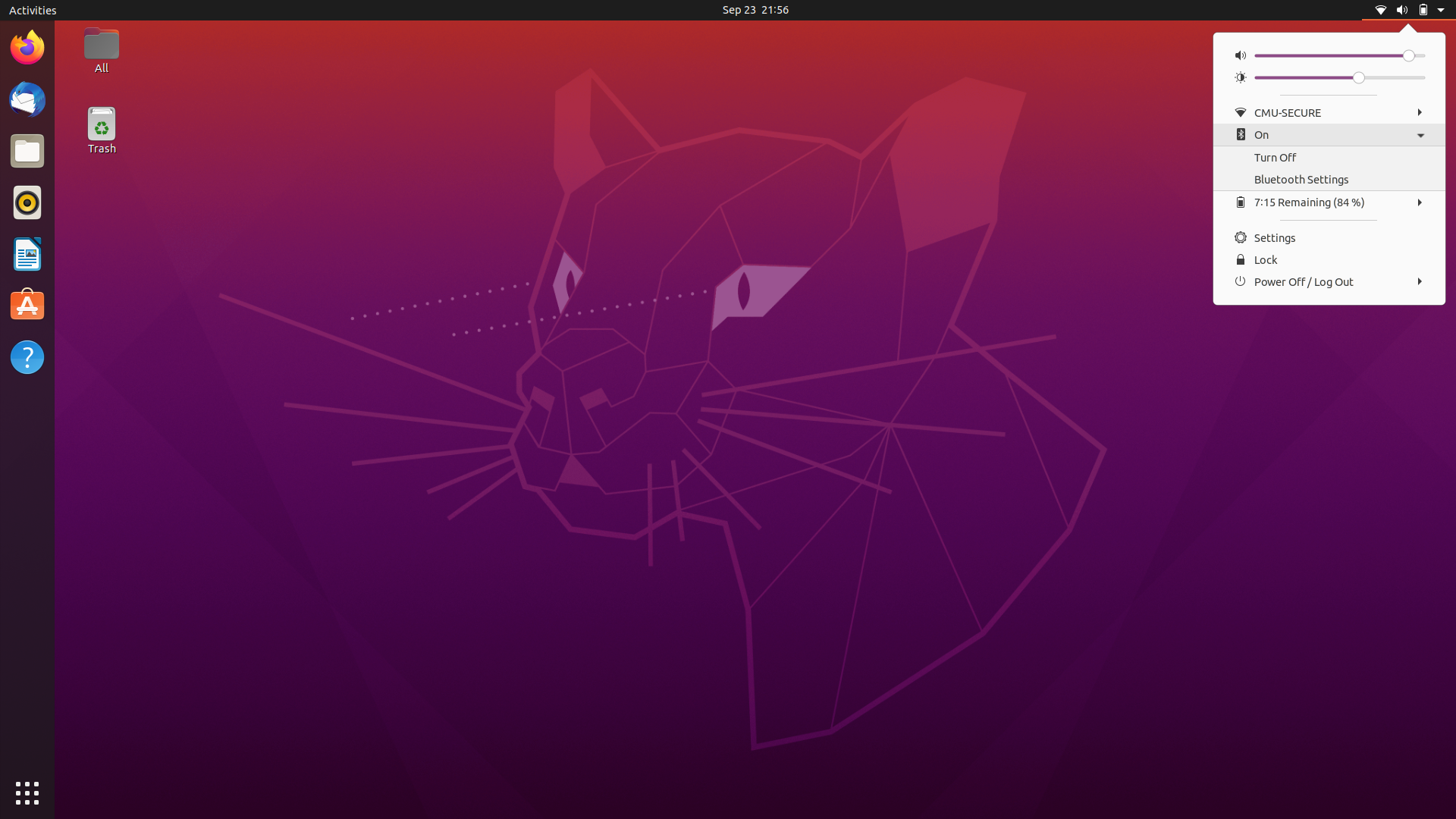 This screenshot has width=1456, height=819. I want to click on Files, so click(26, 149).